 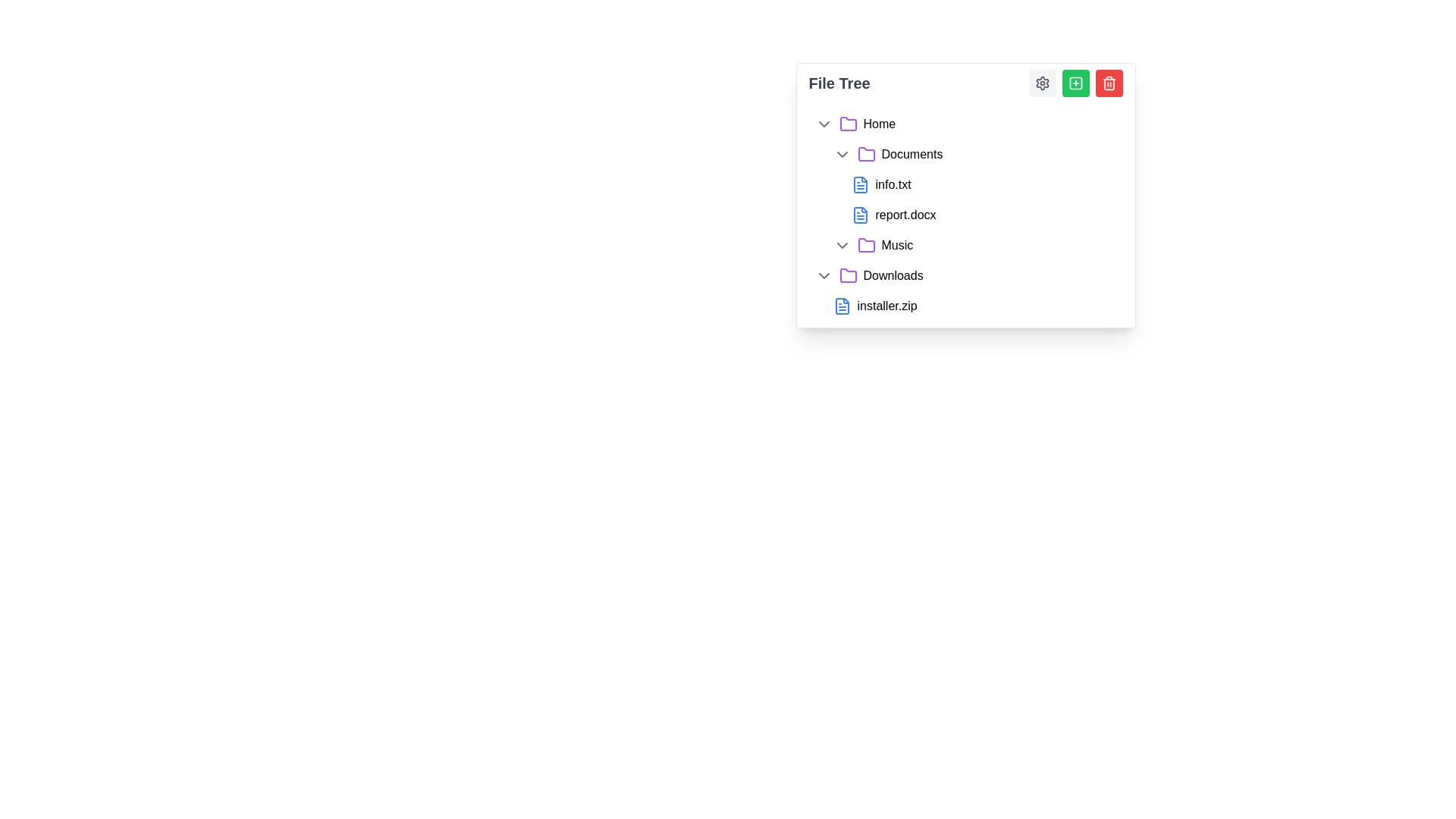 What do you see at coordinates (984, 184) in the screenshot?
I see `the file node labeled 'info.txt'` at bounding box center [984, 184].